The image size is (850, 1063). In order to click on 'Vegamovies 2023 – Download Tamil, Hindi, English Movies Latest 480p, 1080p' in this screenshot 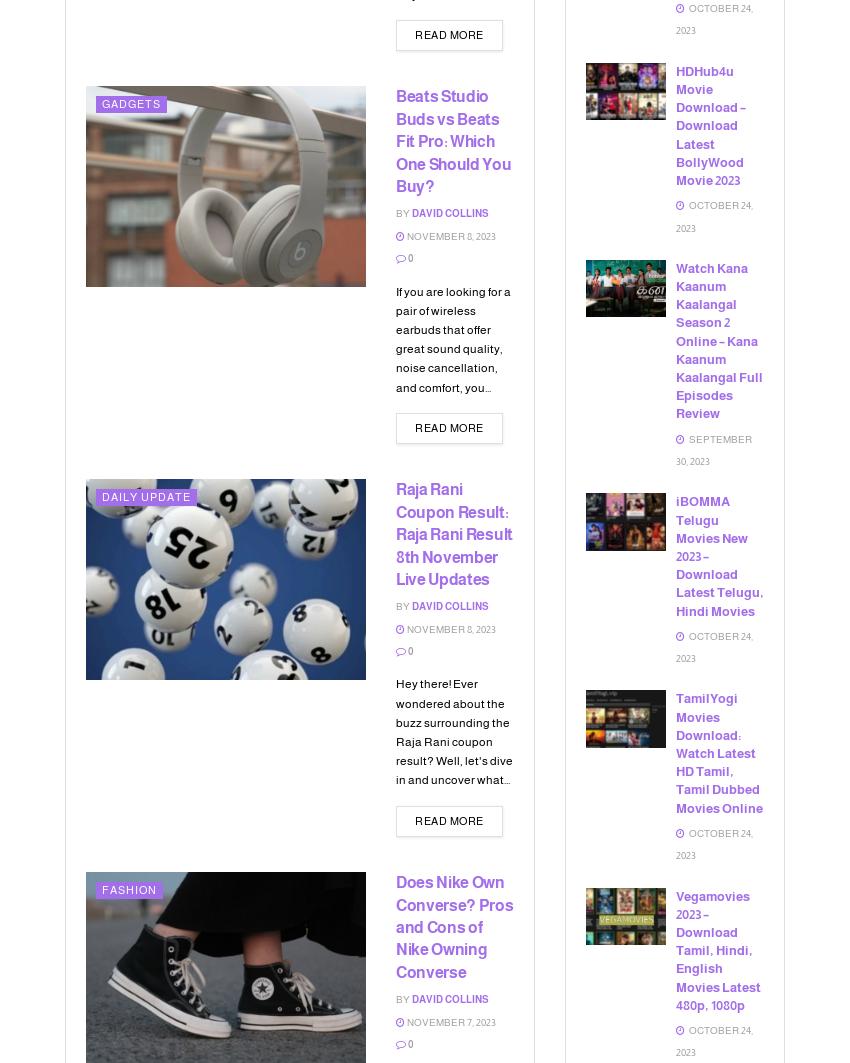, I will do `click(676, 949)`.